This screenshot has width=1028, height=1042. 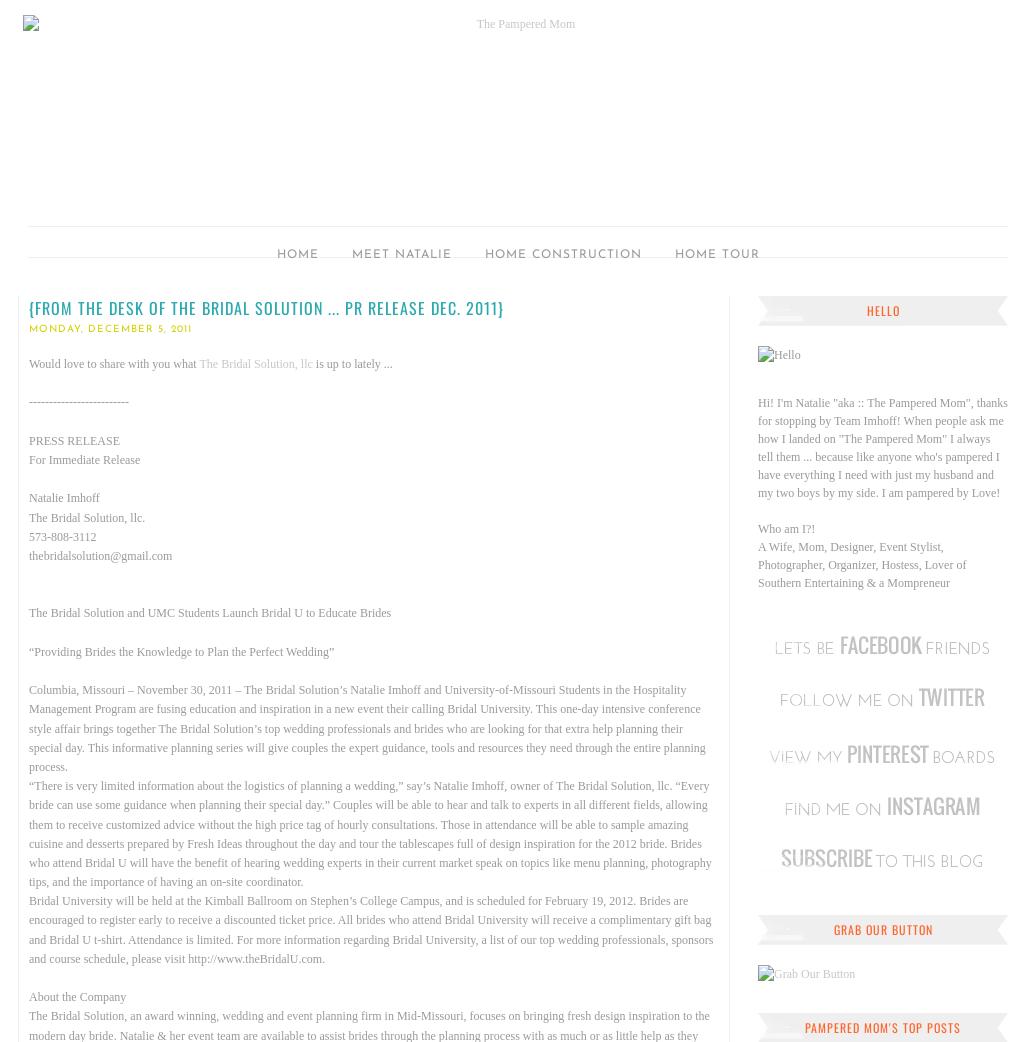 I want to click on 'Monday, December 5, 2011', so click(x=109, y=329).